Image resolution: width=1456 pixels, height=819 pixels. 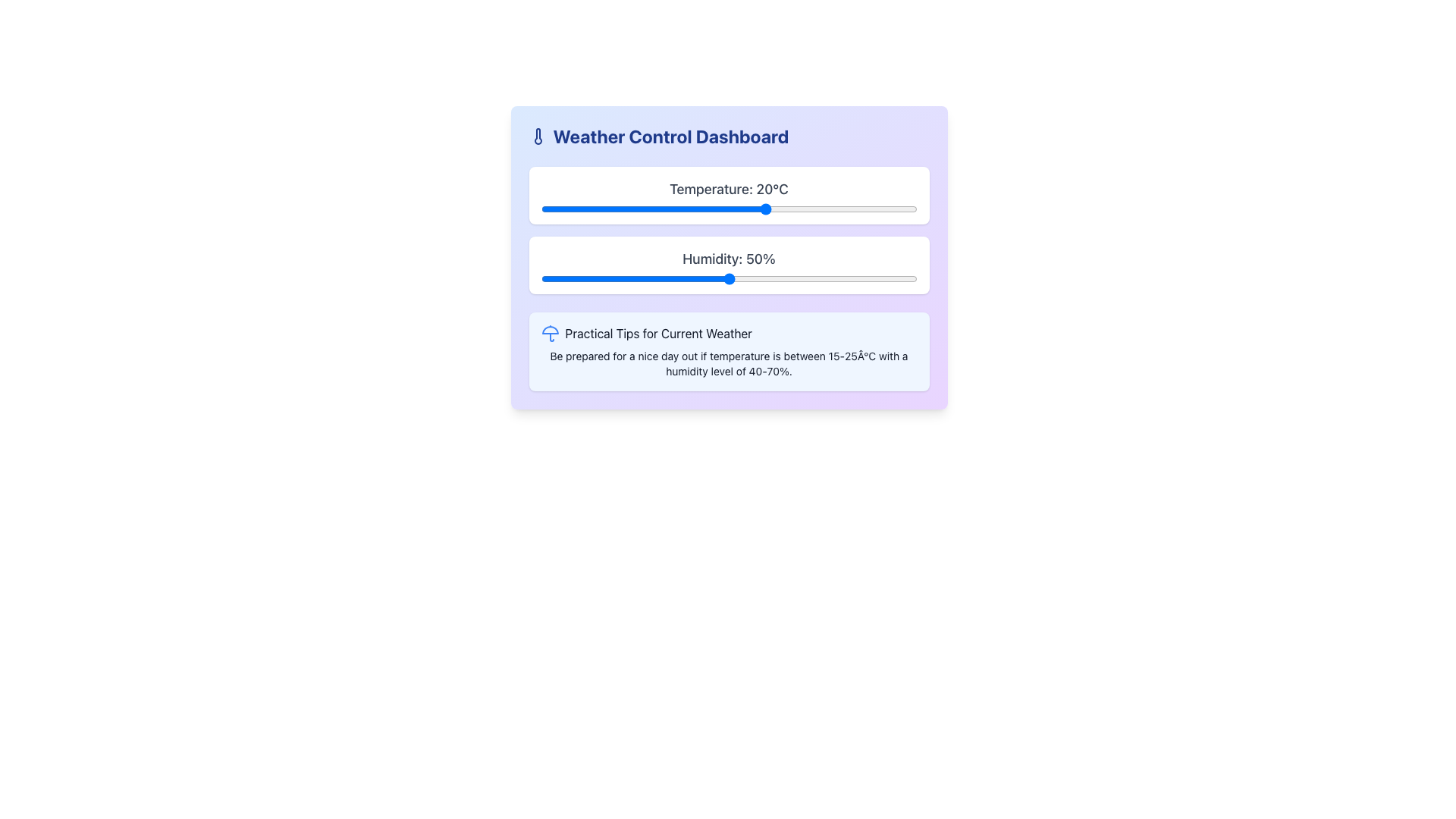 What do you see at coordinates (620, 278) in the screenshot?
I see `the humidity level` at bounding box center [620, 278].